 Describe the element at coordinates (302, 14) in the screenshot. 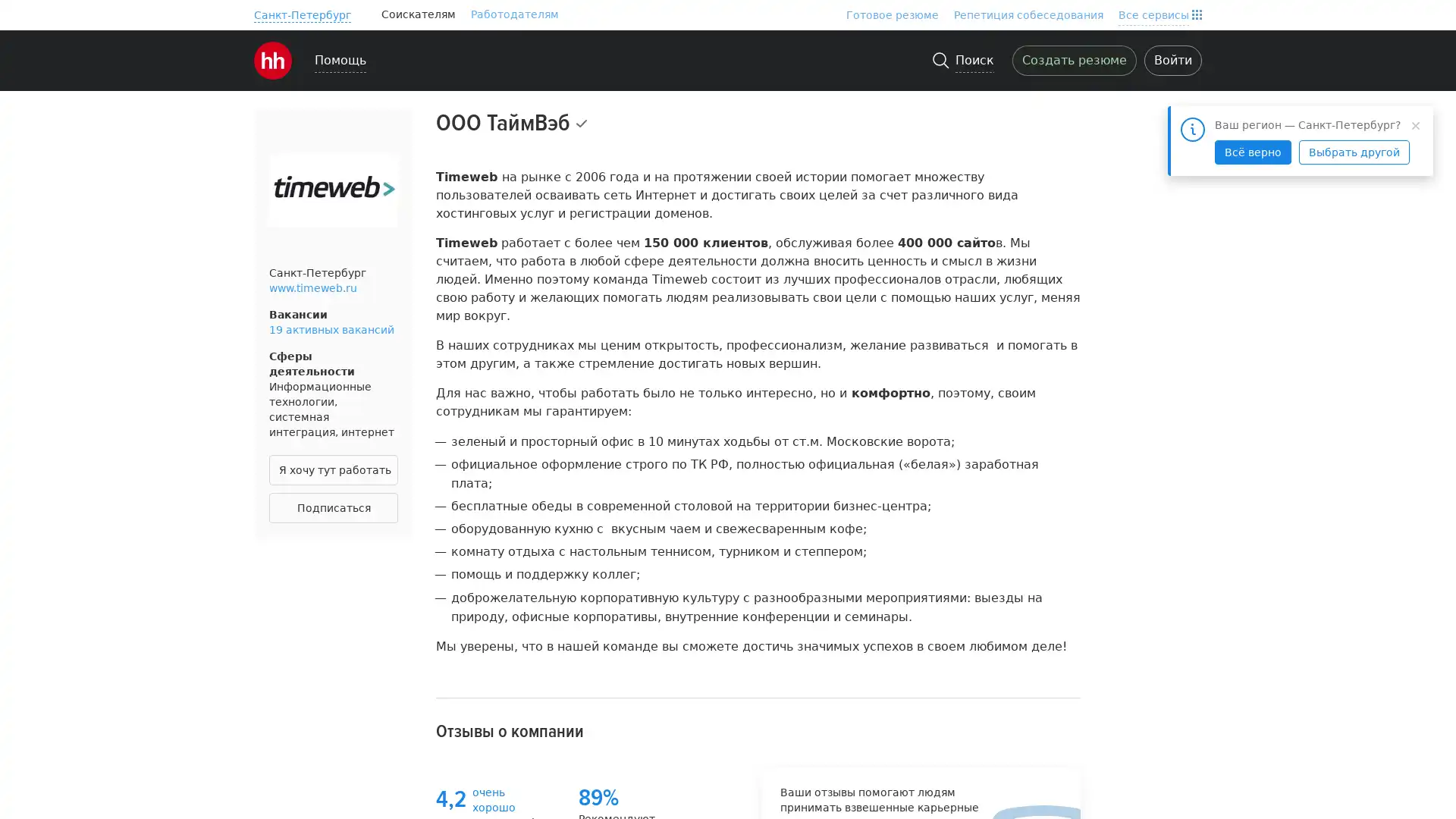

I see `-` at that location.